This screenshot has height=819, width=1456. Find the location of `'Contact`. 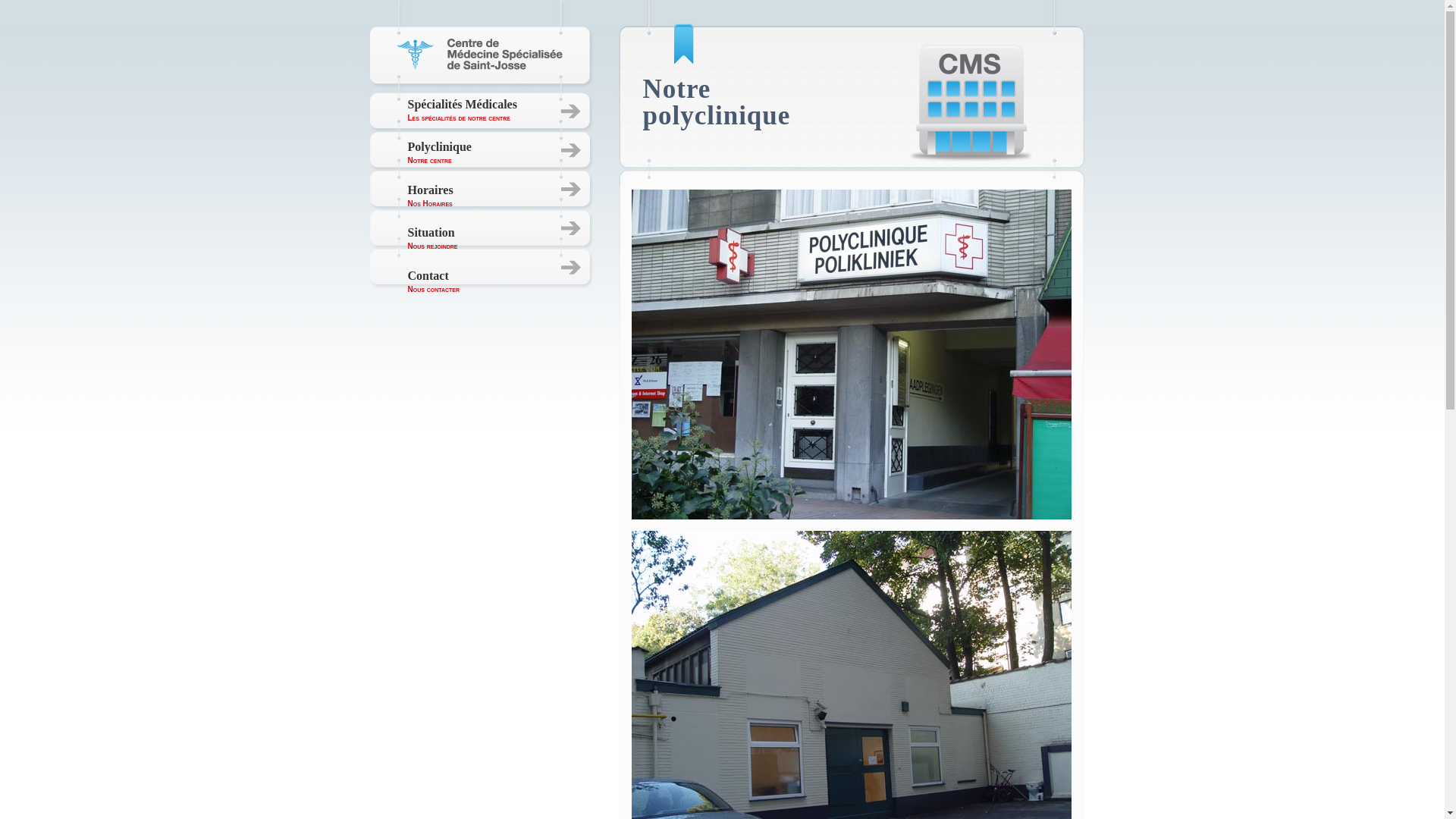

'Contact is located at coordinates (433, 281).